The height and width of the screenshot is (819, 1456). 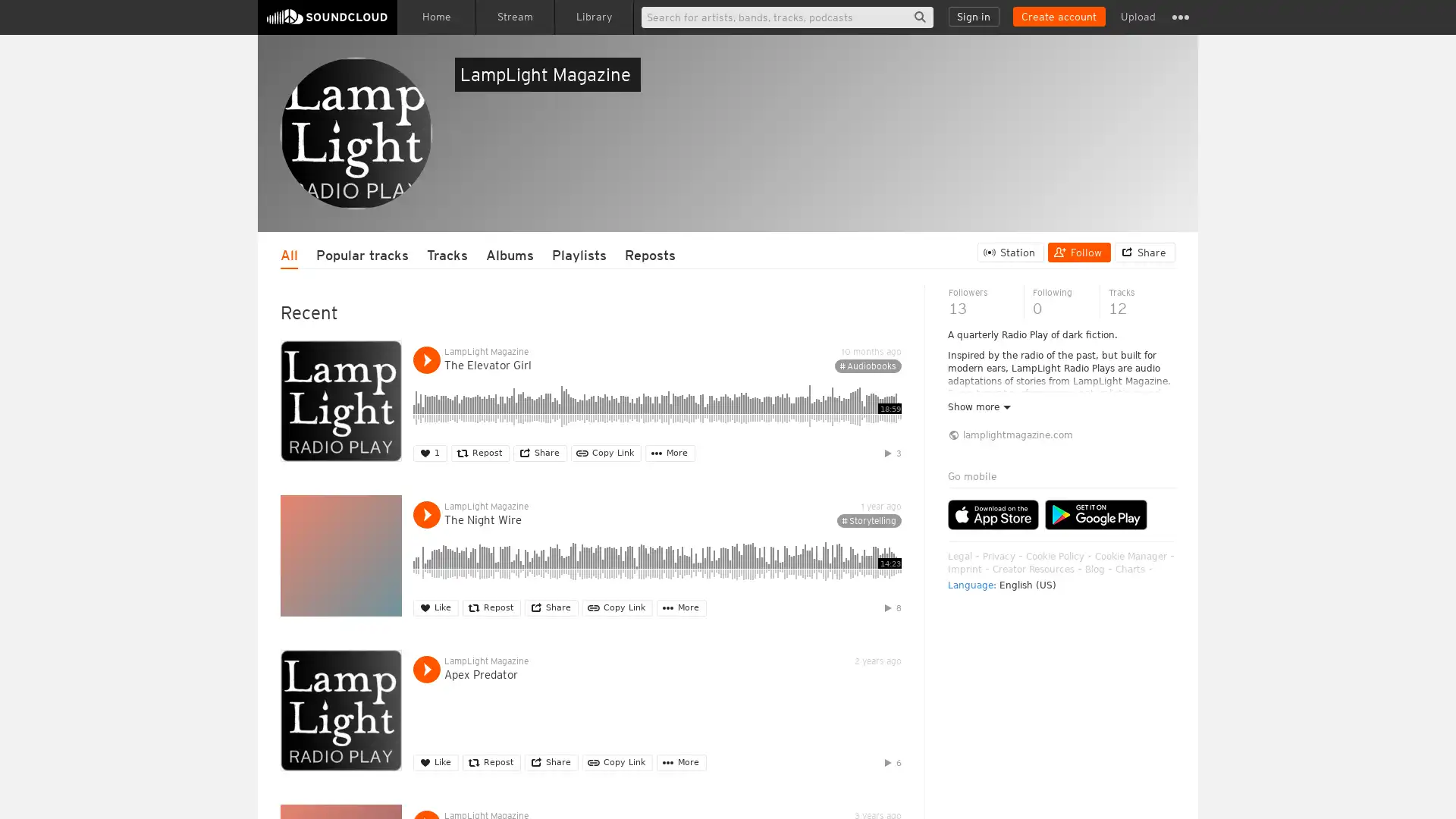 What do you see at coordinates (425, 513) in the screenshot?
I see `Play` at bounding box center [425, 513].